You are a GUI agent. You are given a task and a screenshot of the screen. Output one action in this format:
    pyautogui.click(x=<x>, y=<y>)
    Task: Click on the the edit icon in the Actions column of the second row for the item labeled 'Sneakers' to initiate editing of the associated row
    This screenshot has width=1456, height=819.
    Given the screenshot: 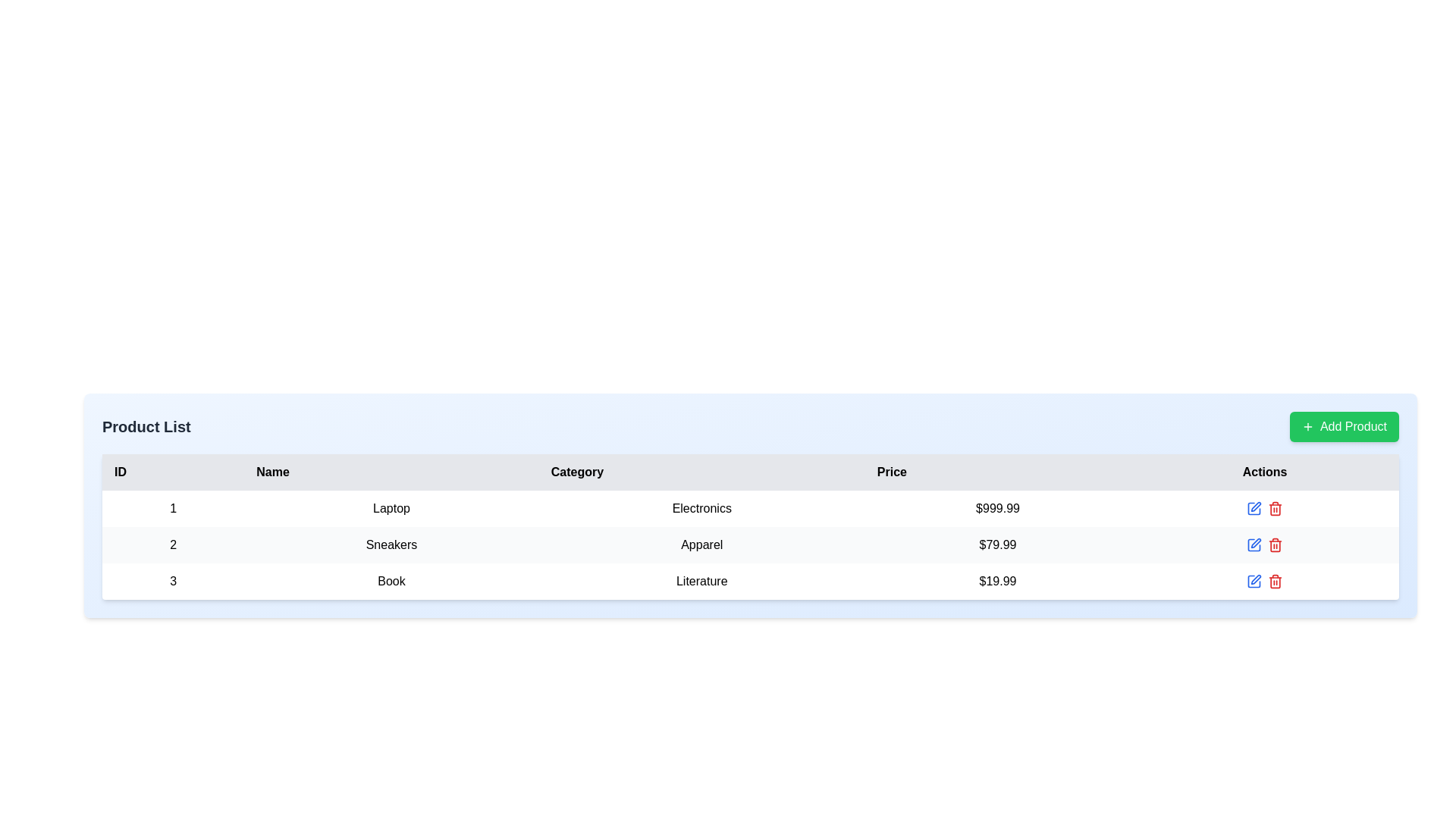 What is the action you would take?
    pyautogui.click(x=1254, y=544)
    